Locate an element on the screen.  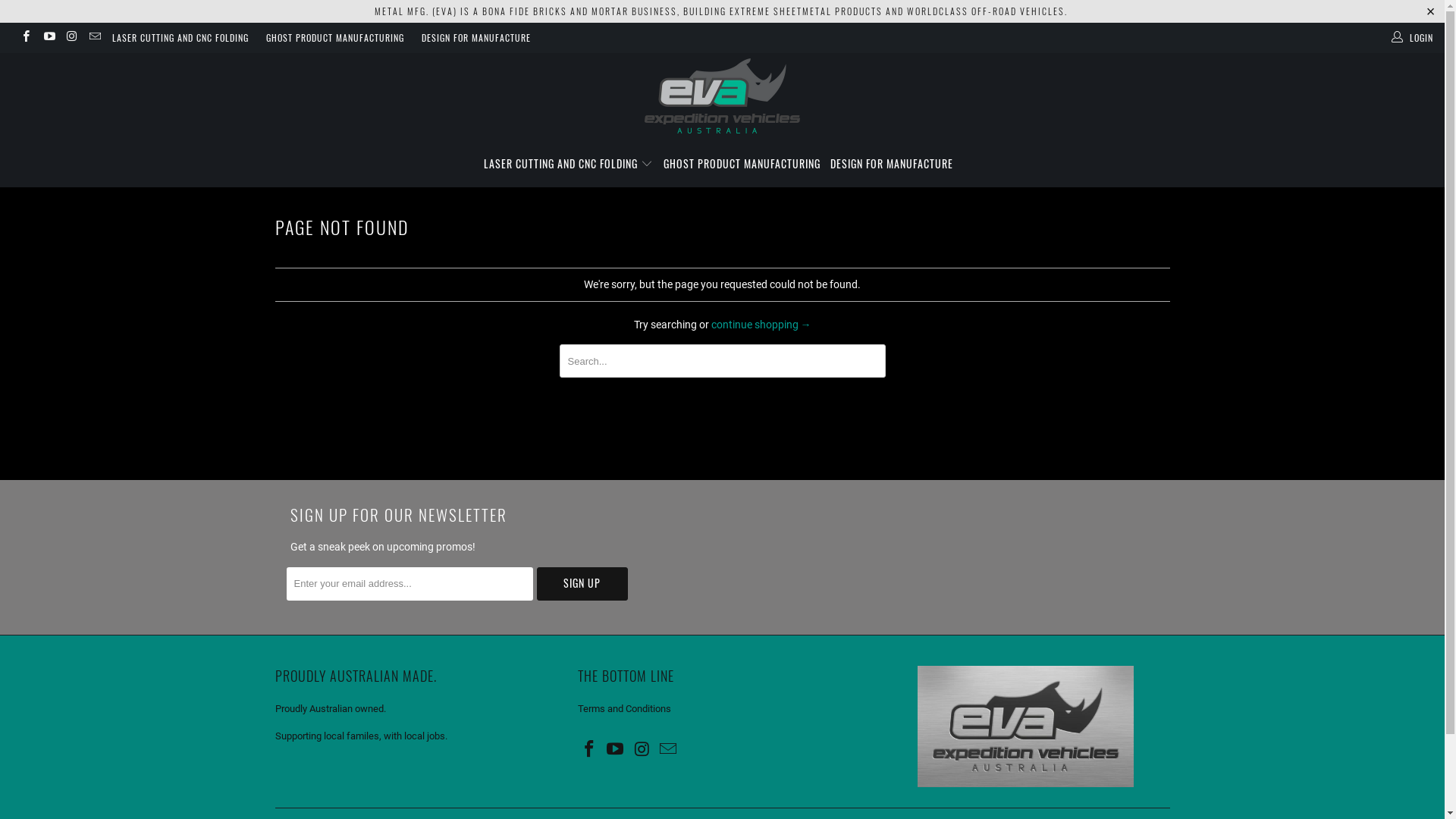
'Email Metal MFG. (Expedition Vehicles Australia Pty Ltd)' is located at coordinates (657, 748).